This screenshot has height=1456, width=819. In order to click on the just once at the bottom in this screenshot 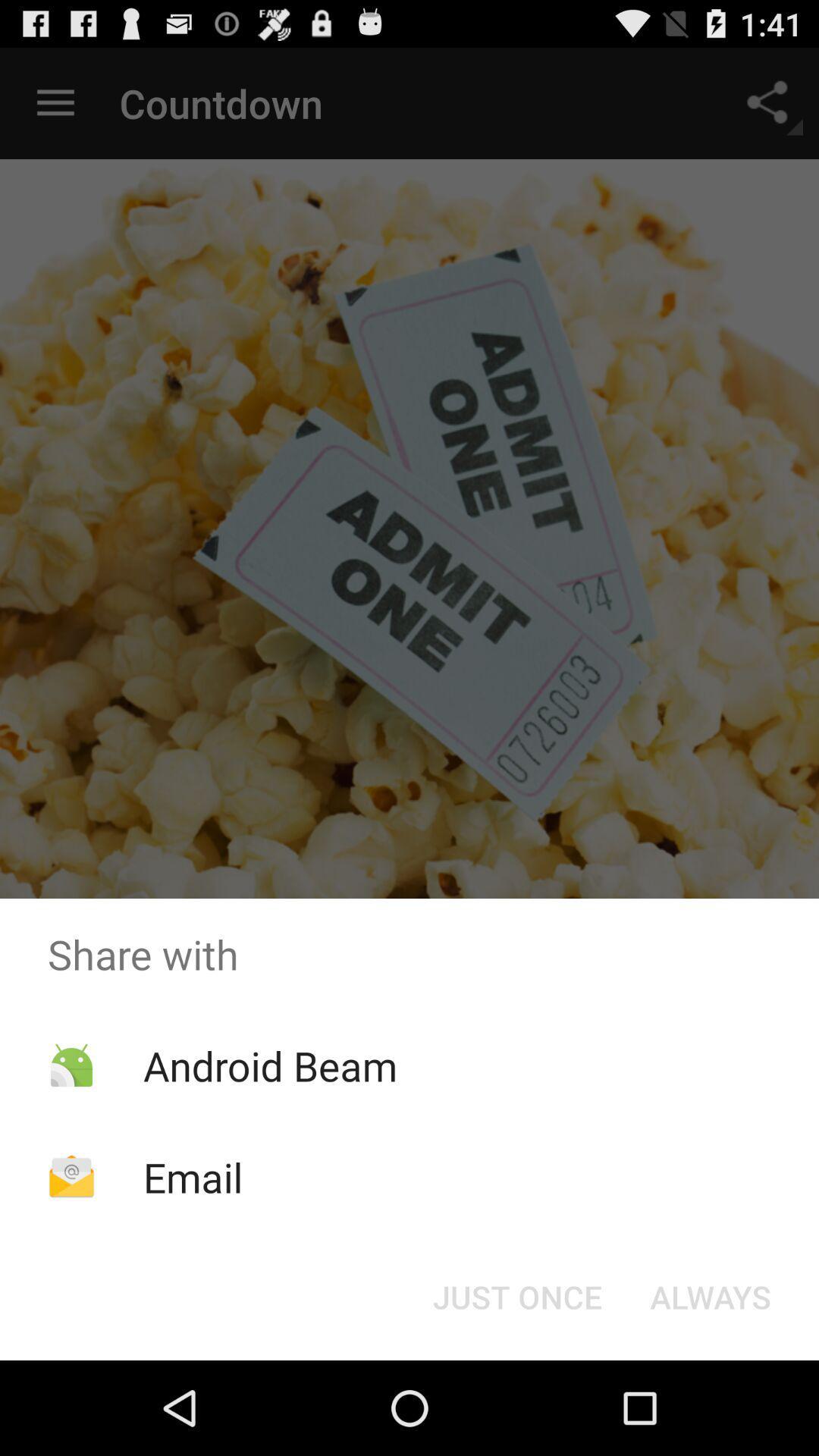, I will do `click(516, 1295)`.